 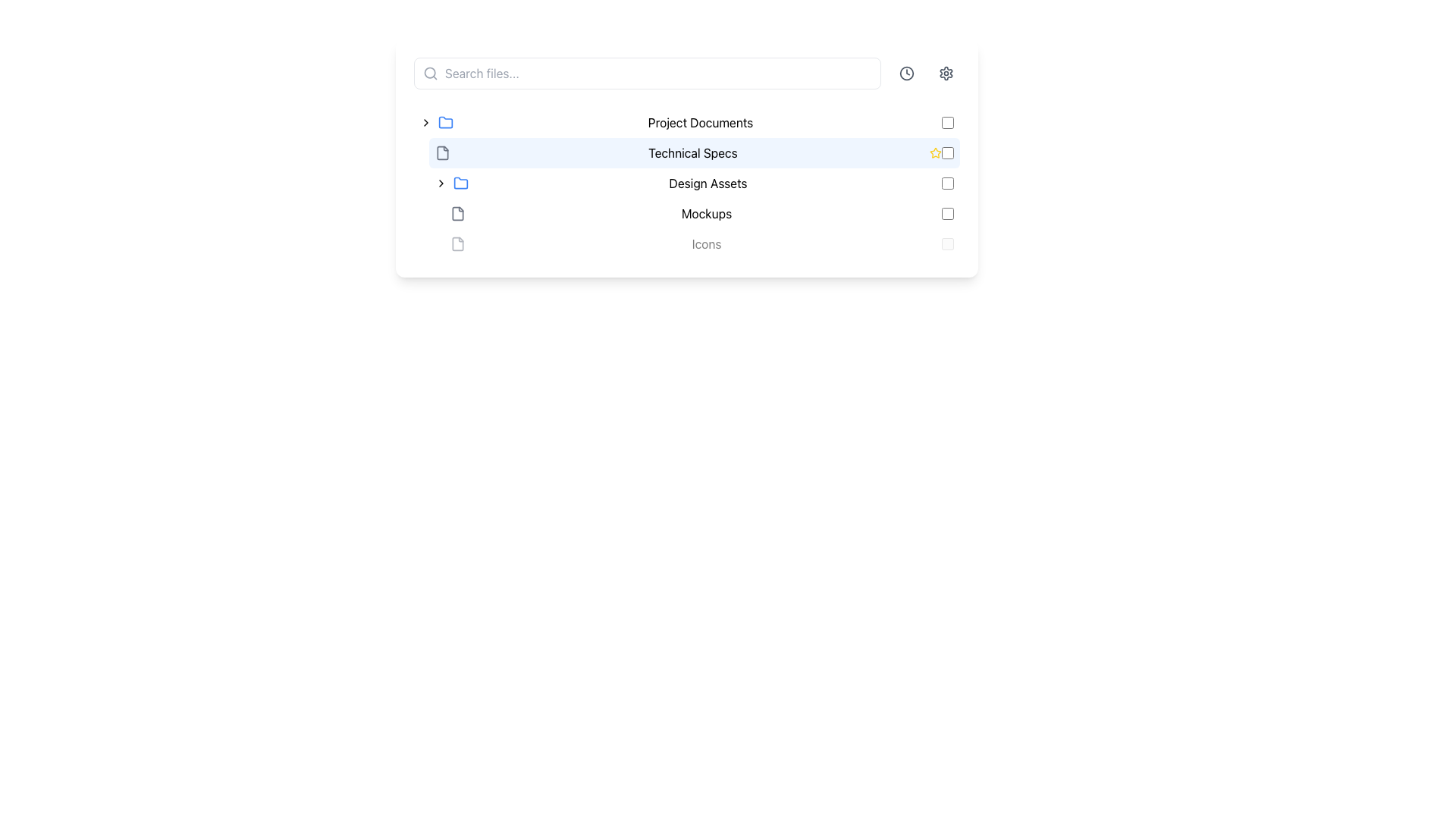 I want to click on the blue folder icon located to the left of the 'Project Documents' text, so click(x=445, y=122).